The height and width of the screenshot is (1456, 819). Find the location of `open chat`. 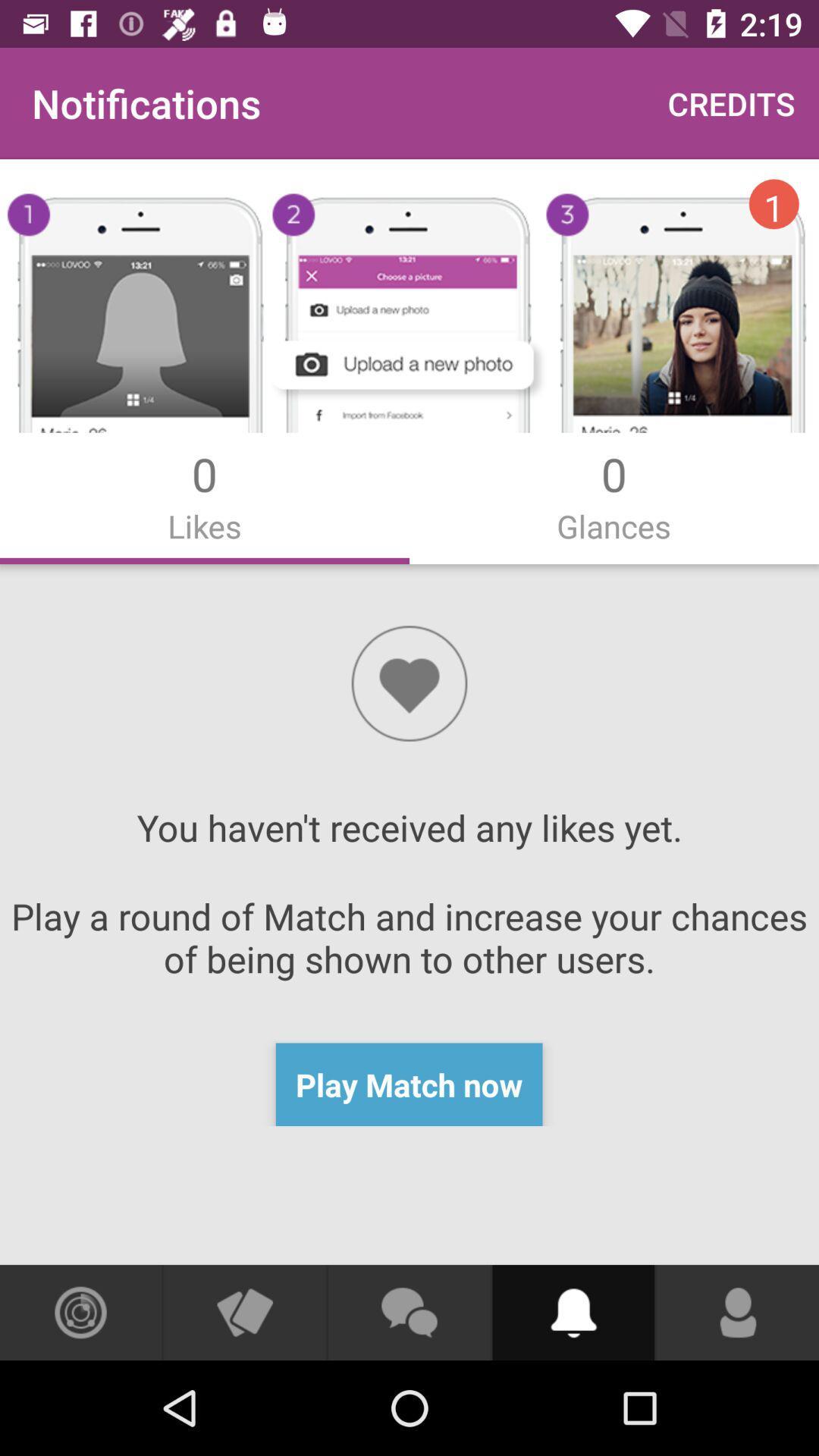

open chat is located at coordinates (408, 1312).